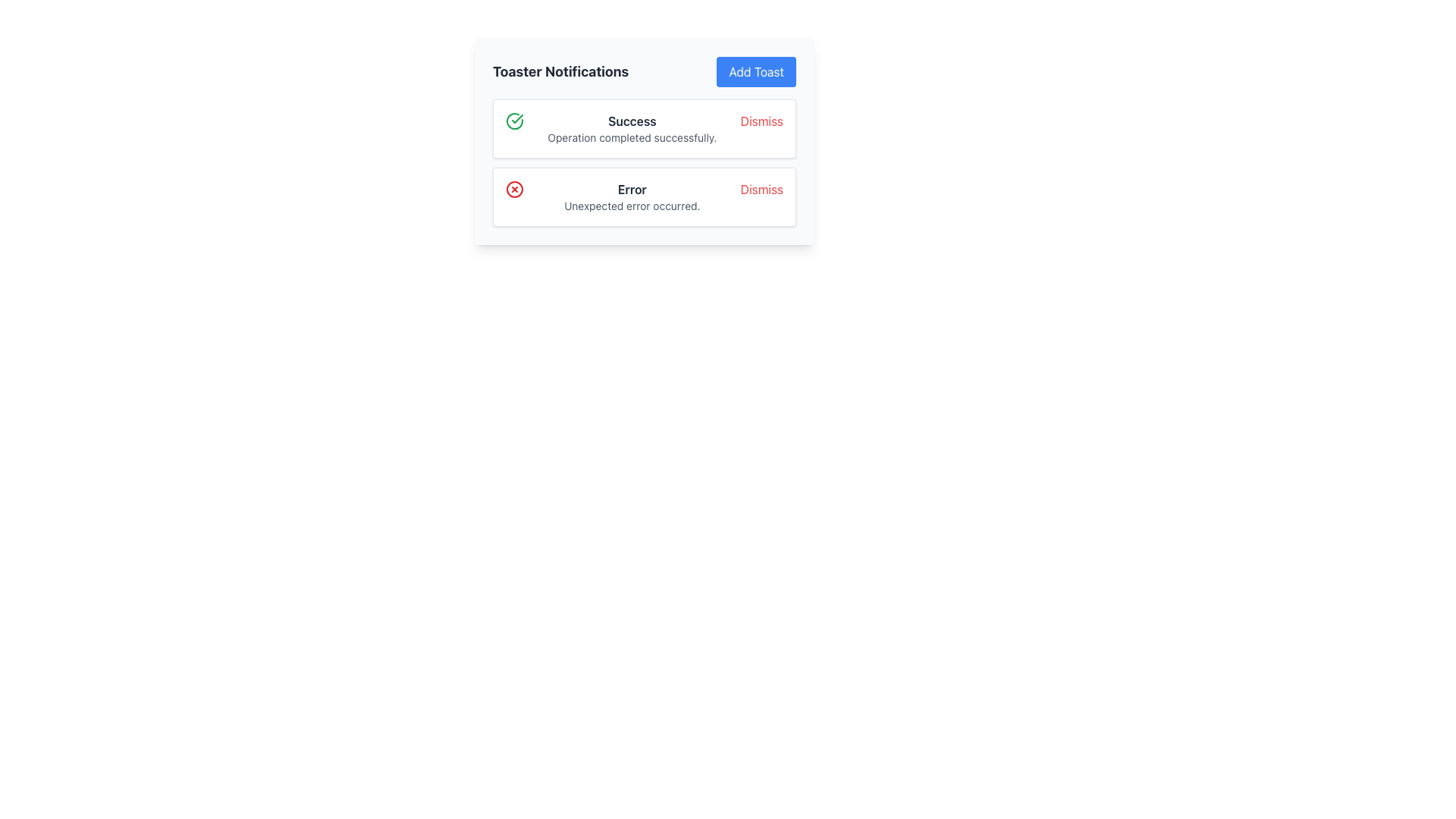 This screenshot has height=819, width=1456. Describe the element at coordinates (632, 120) in the screenshot. I see `text content of the Text Label located in the first notification card of the toaster notifications panel, which summarizes the notification status` at that location.